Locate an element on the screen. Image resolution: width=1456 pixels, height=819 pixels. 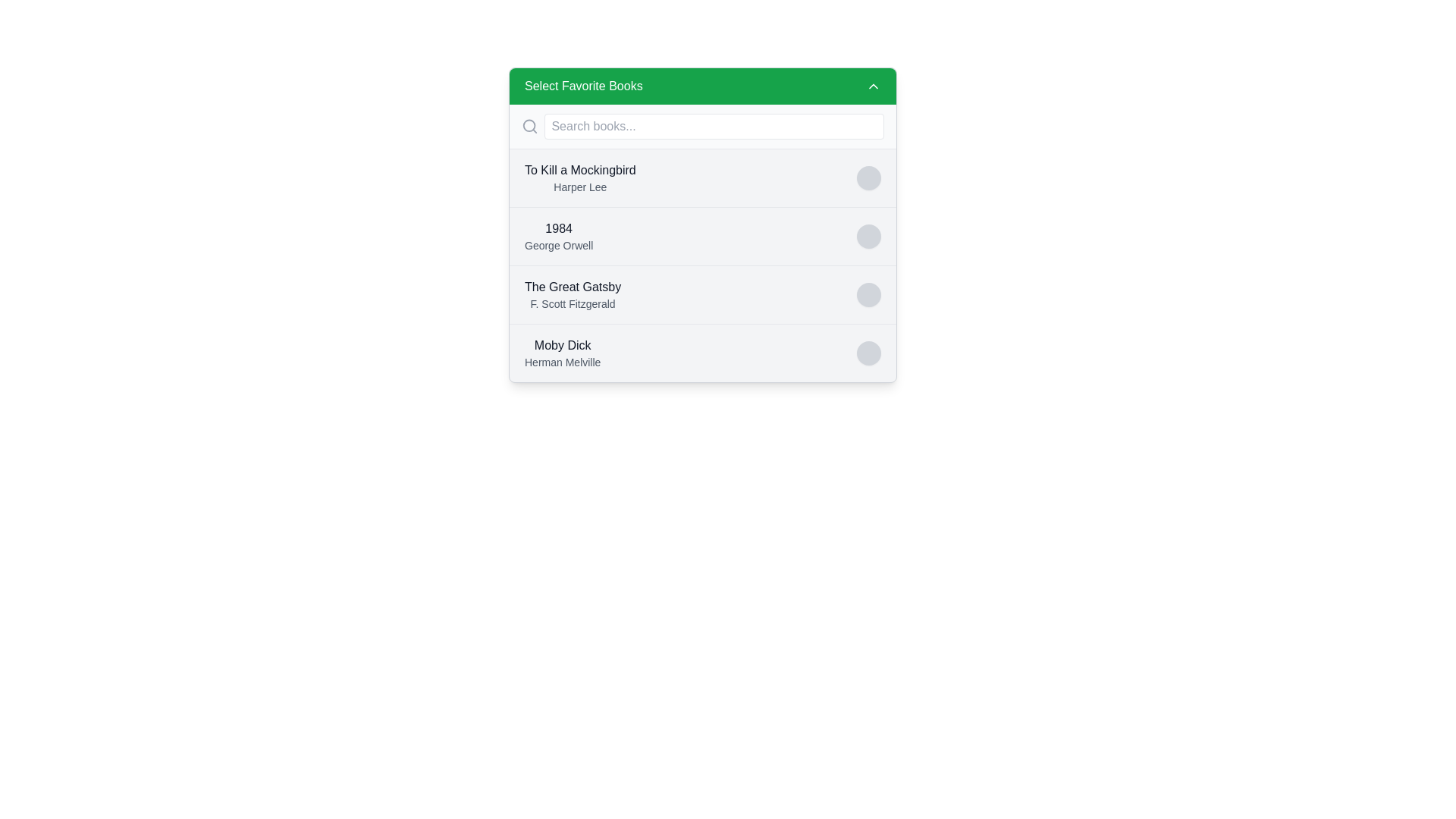
the List item displaying '1984' by George Orwell is located at coordinates (558, 237).